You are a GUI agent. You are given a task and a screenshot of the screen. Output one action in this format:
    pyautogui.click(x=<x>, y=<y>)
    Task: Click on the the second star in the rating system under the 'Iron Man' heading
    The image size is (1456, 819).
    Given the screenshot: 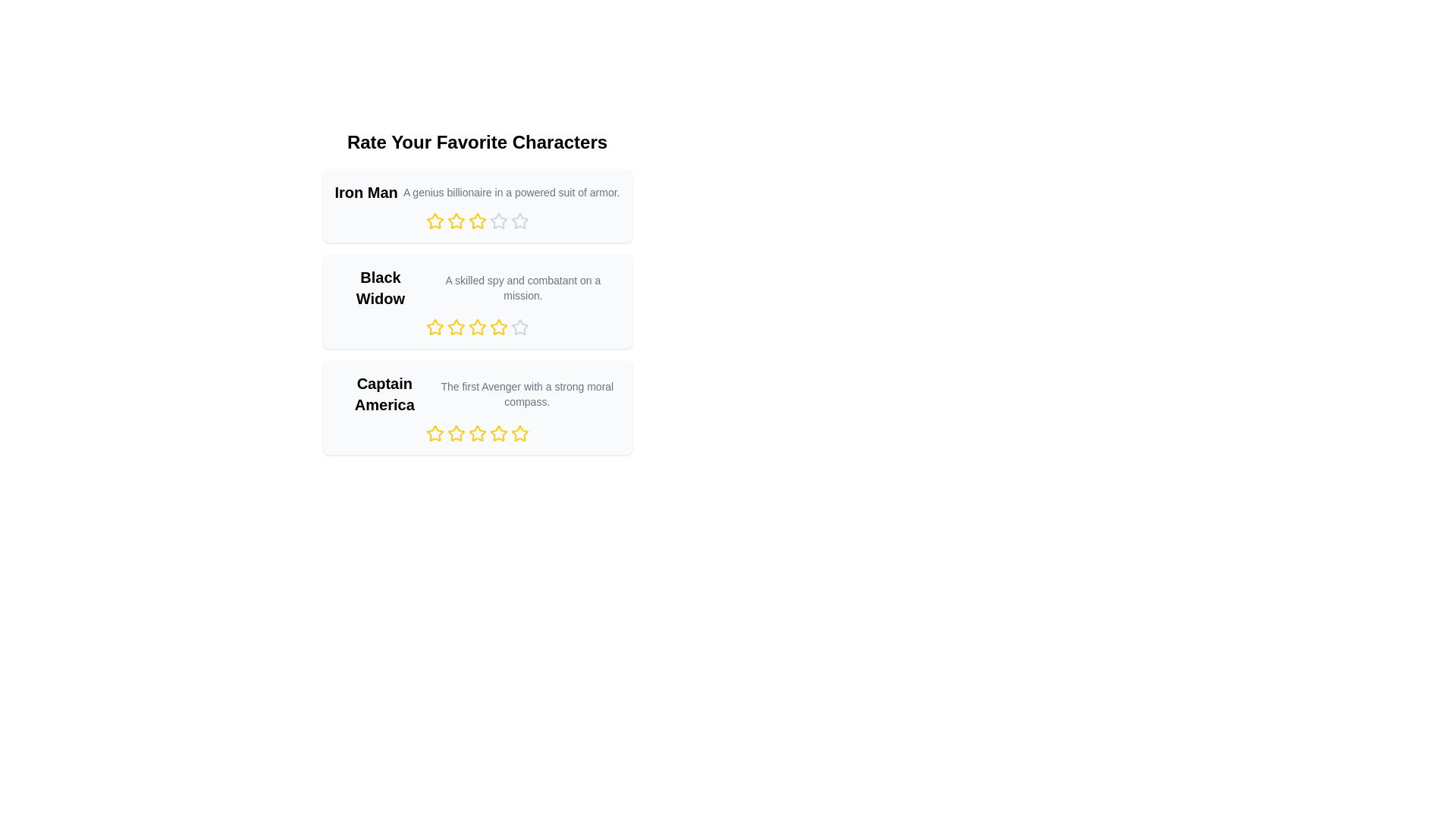 What is the action you would take?
    pyautogui.click(x=455, y=221)
    